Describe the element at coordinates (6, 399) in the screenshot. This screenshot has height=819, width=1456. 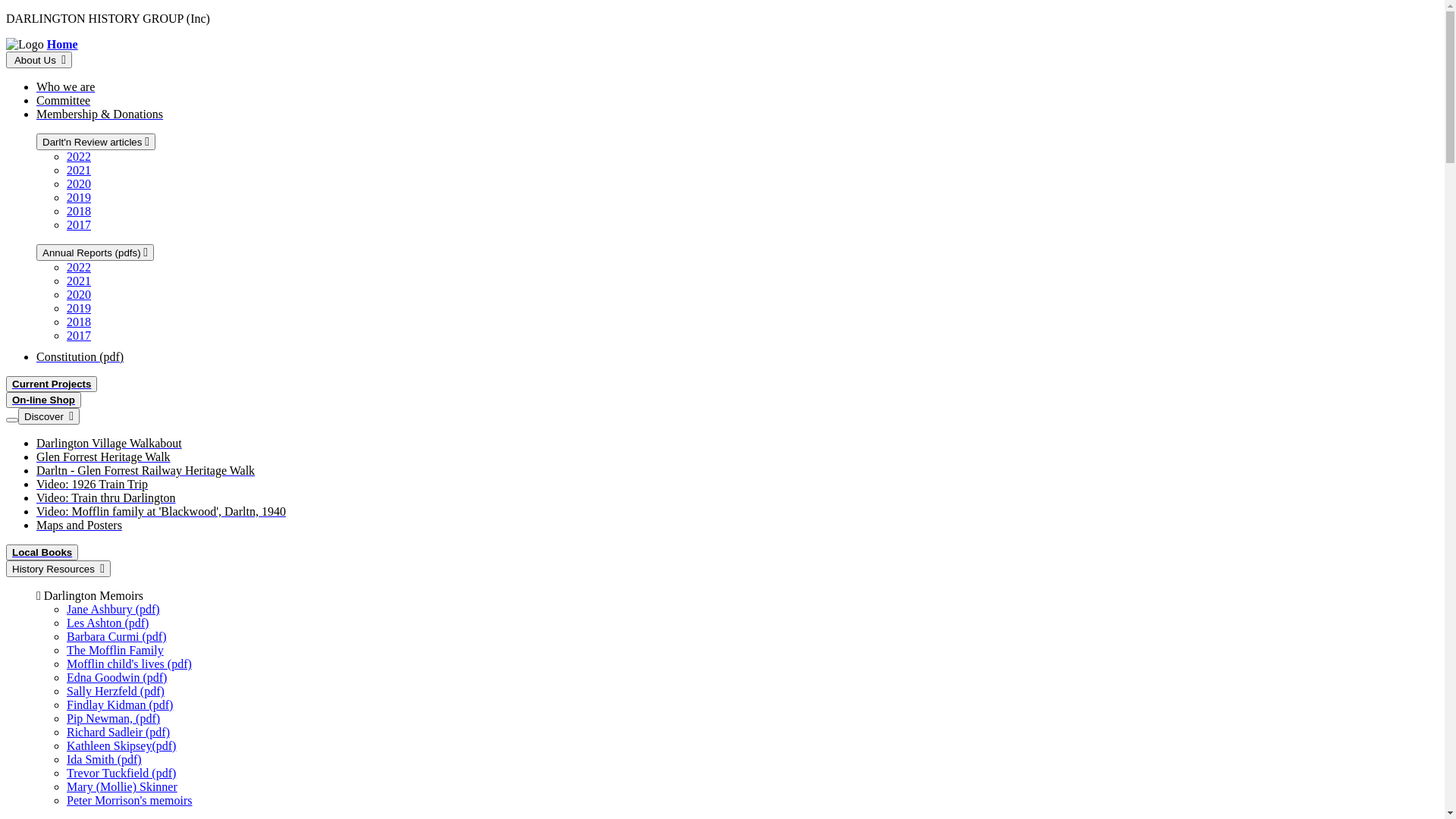
I see `'On-line Shop'` at that location.